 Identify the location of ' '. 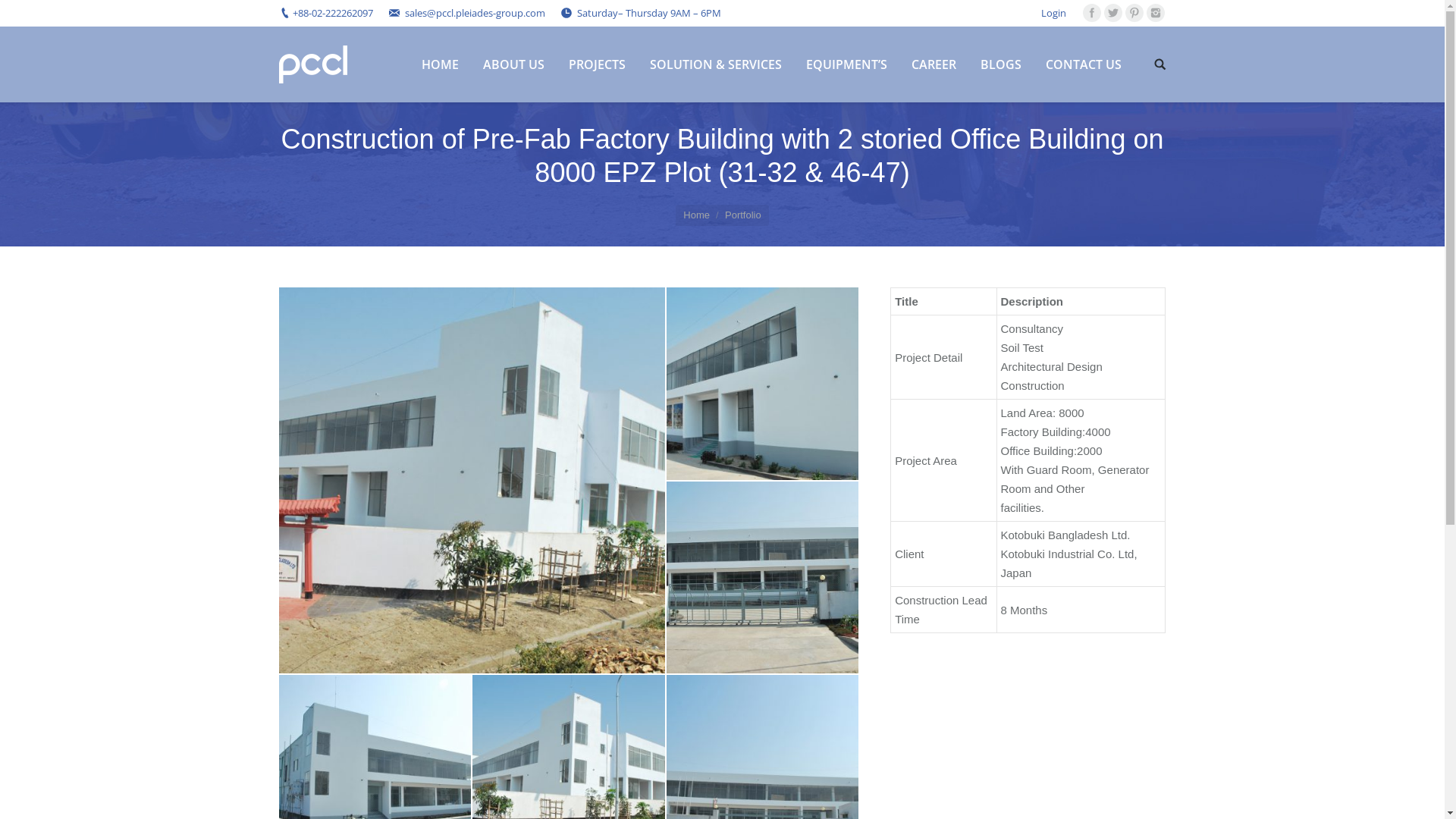
(1159, 63).